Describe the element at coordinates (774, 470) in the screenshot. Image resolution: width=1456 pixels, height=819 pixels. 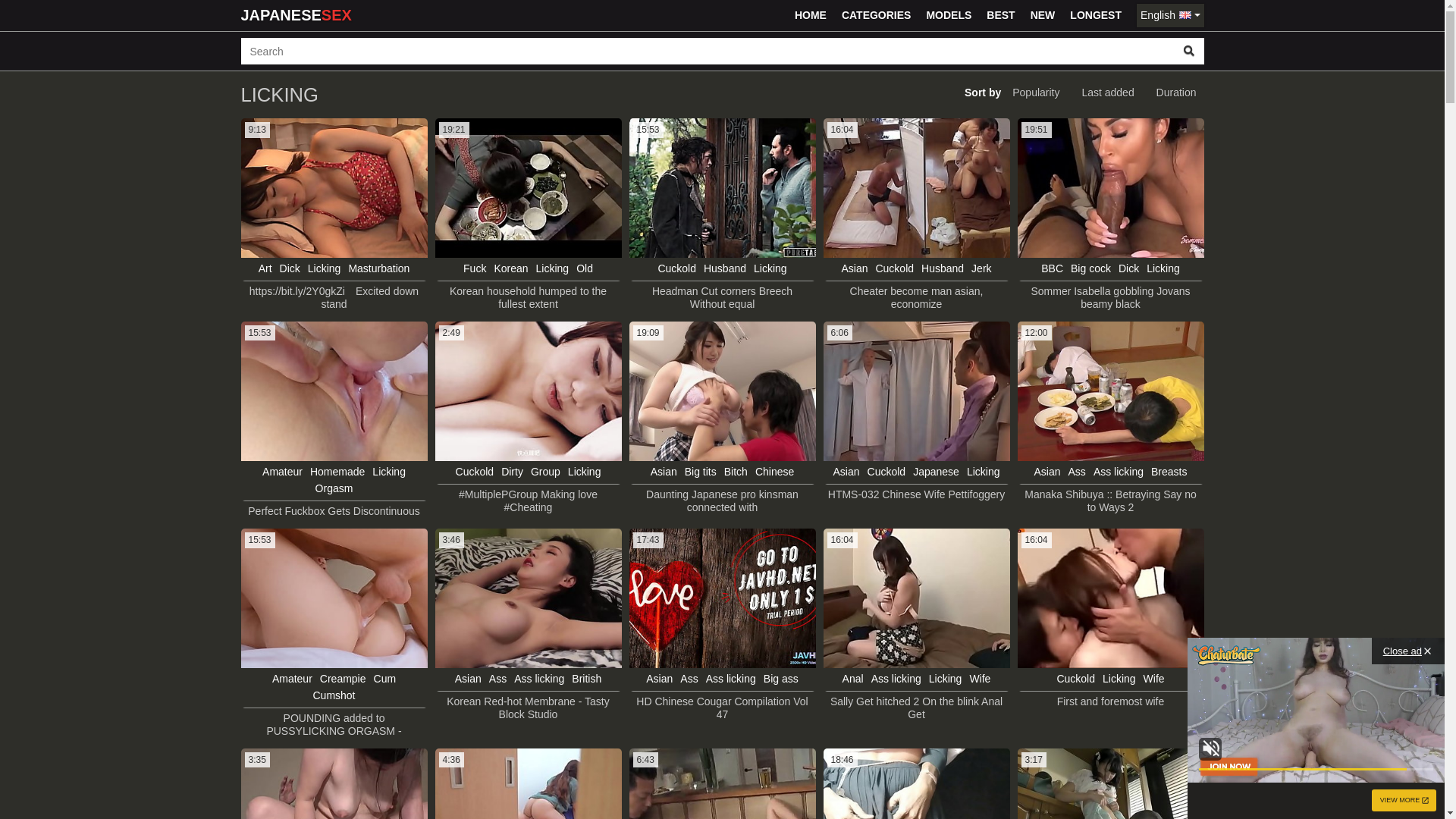
I see `'Chinese'` at that location.